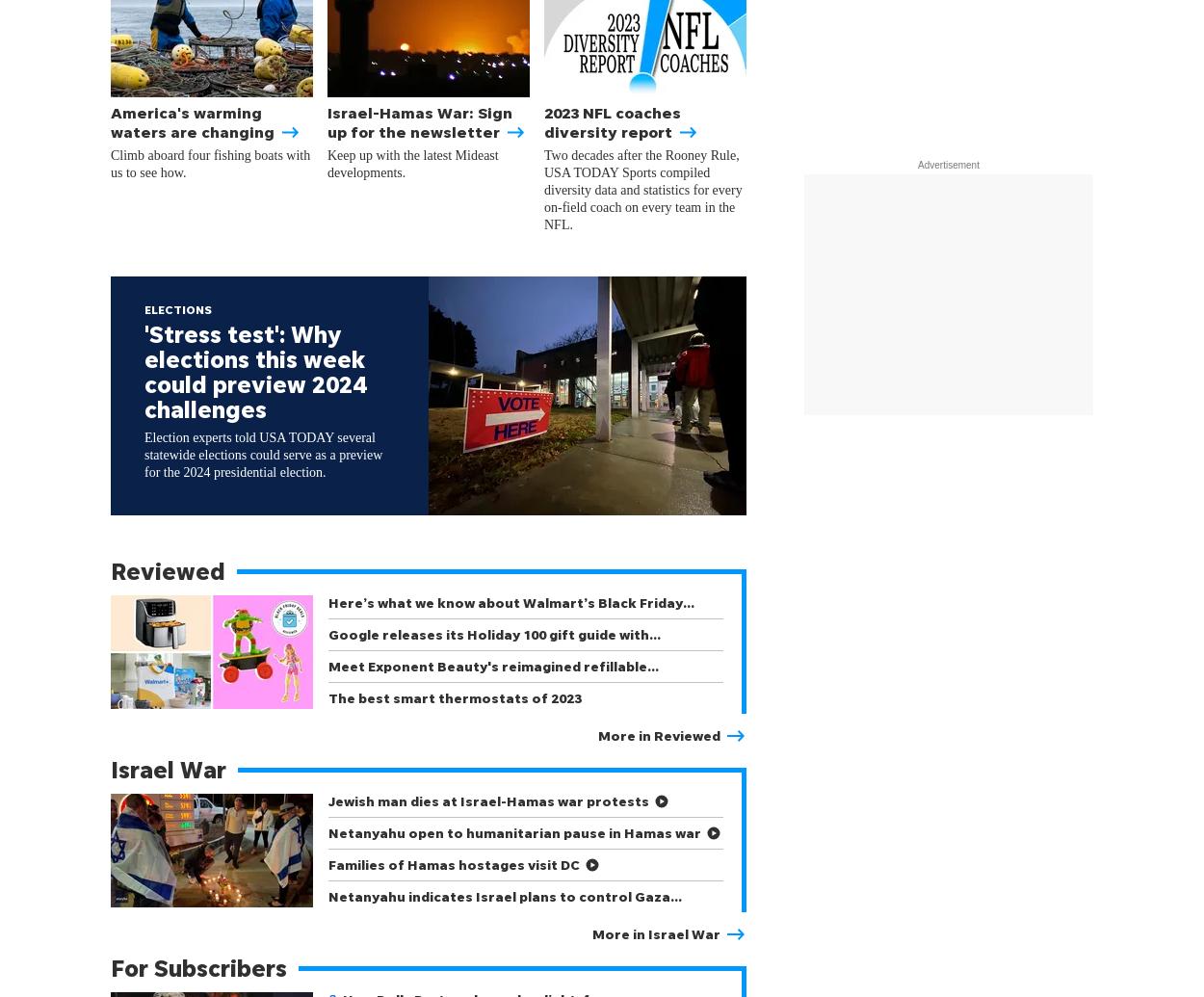  I want to click on 'Jewish man dies at Israel-Hamas war protests', so click(488, 800).